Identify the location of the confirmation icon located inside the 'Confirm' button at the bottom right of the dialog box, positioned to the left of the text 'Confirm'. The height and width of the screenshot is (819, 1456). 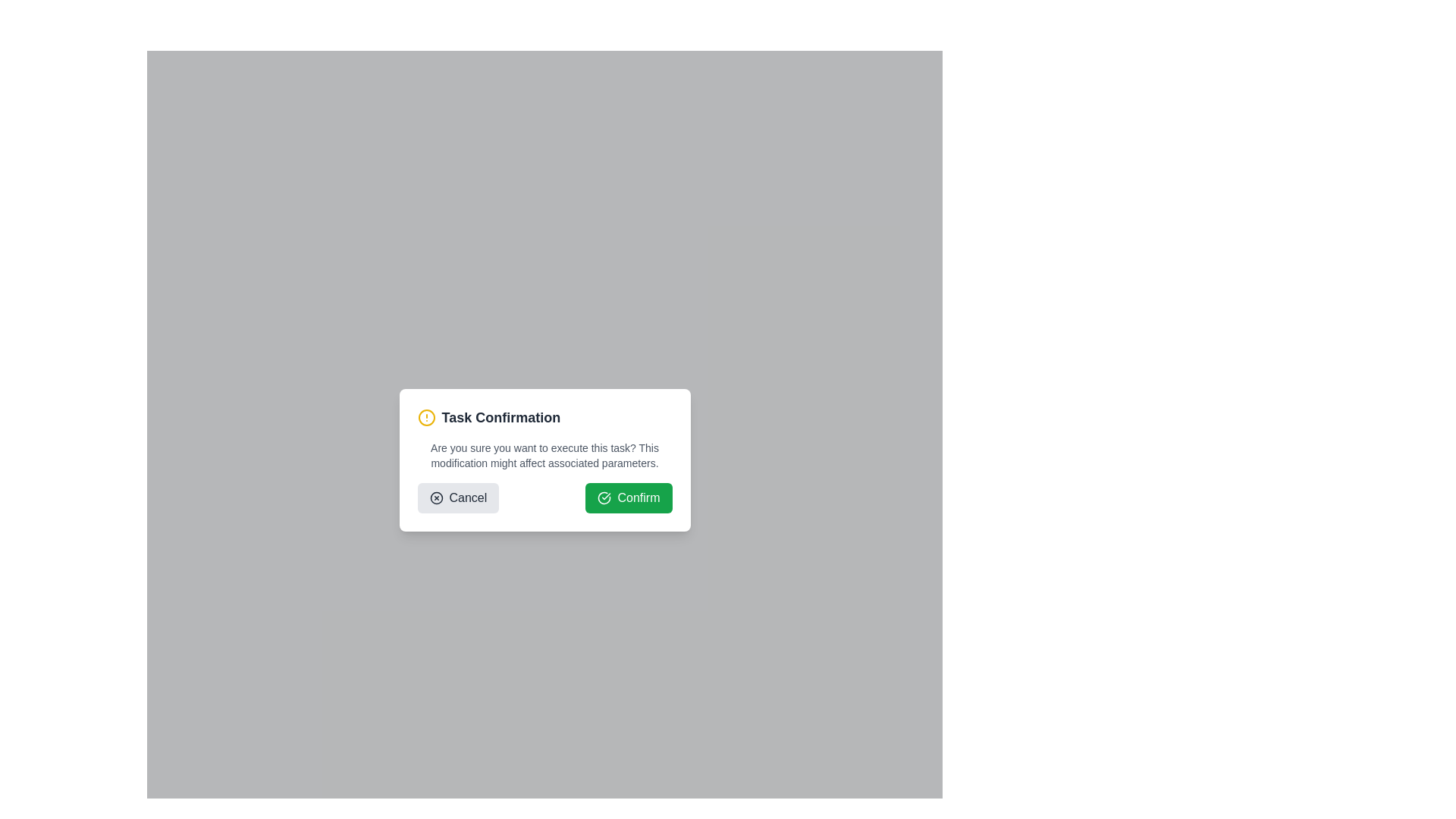
(604, 497).